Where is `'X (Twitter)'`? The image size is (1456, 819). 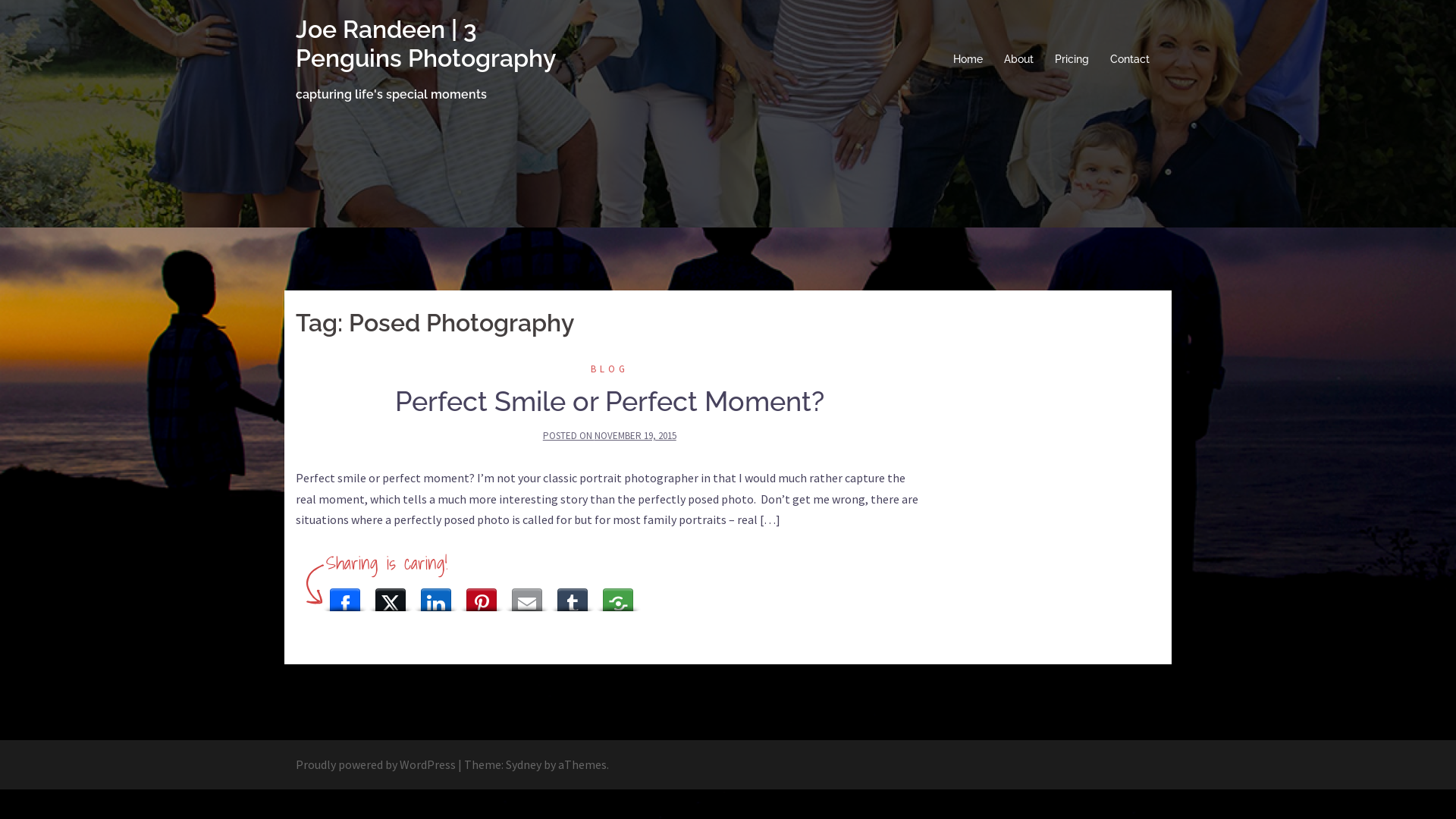 'X (Twitter)' is located at coordinates (390, 595).